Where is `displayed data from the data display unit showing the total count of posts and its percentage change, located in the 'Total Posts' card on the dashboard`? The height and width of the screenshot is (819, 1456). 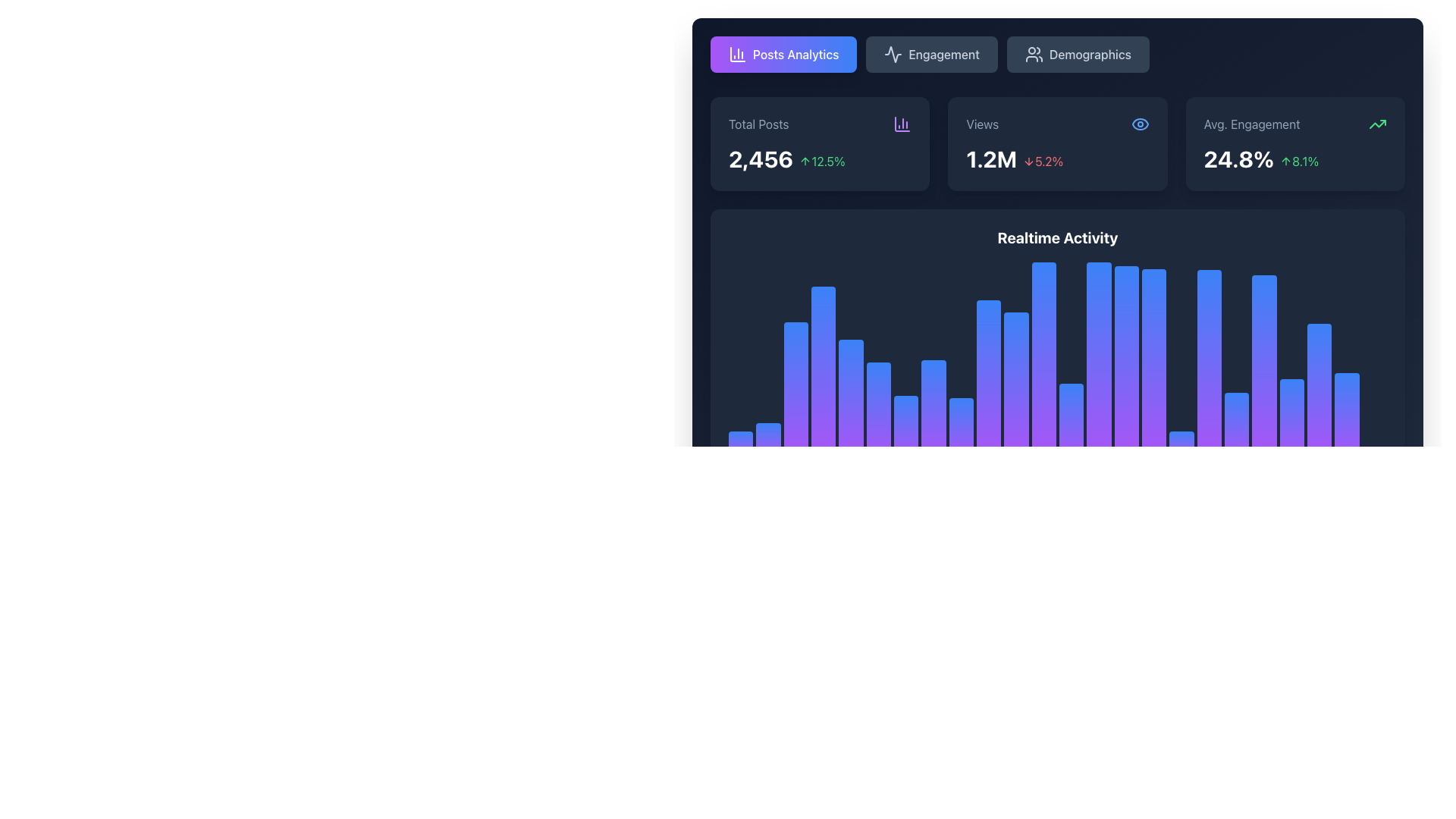
displayed data from the data display unit showing the total count of posts and its percentage change, located in the 'Total Posts' card on the dashboard is located at coordinates (819, 158).